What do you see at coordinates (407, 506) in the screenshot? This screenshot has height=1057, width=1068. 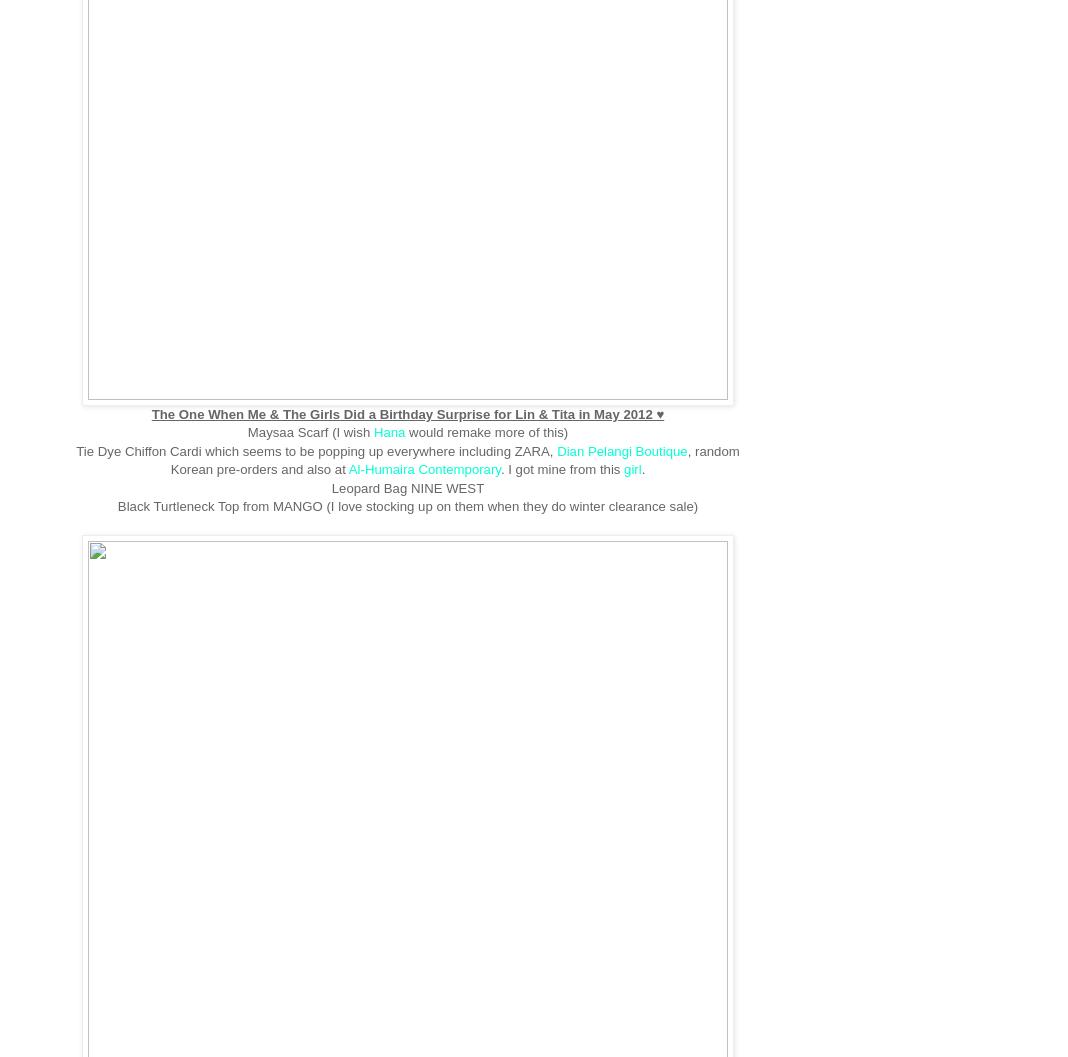 I see `'Black Turtleneck Top from MANGO (I love stocking up on them when they do winter clearance sale)'` at bounding box center [407, 506].